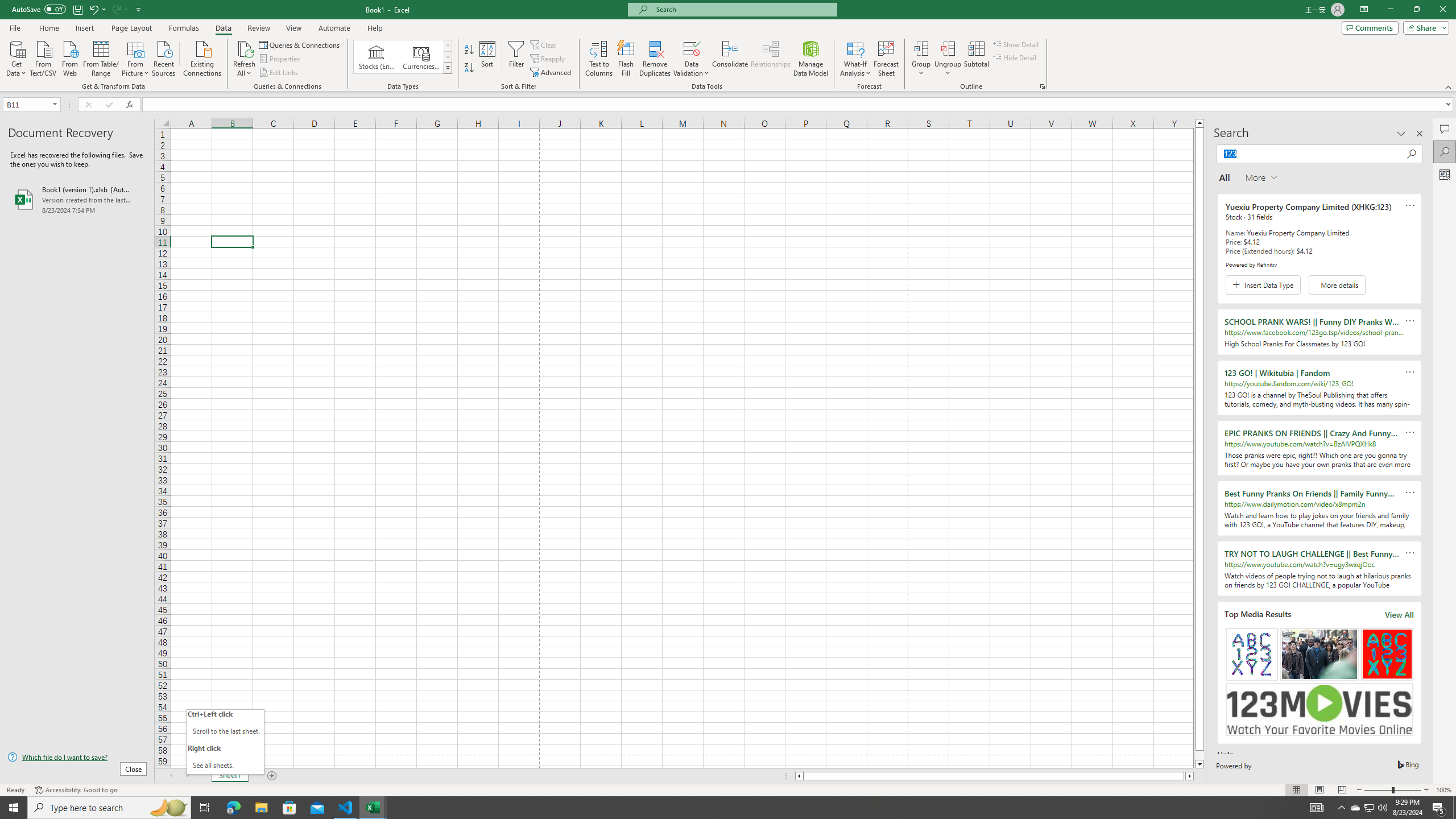 This screenshot has height=819, width=1456. Describe the element at coordinates (730, 59) in the screenshot. I see `'Consolidate...'` at that location.